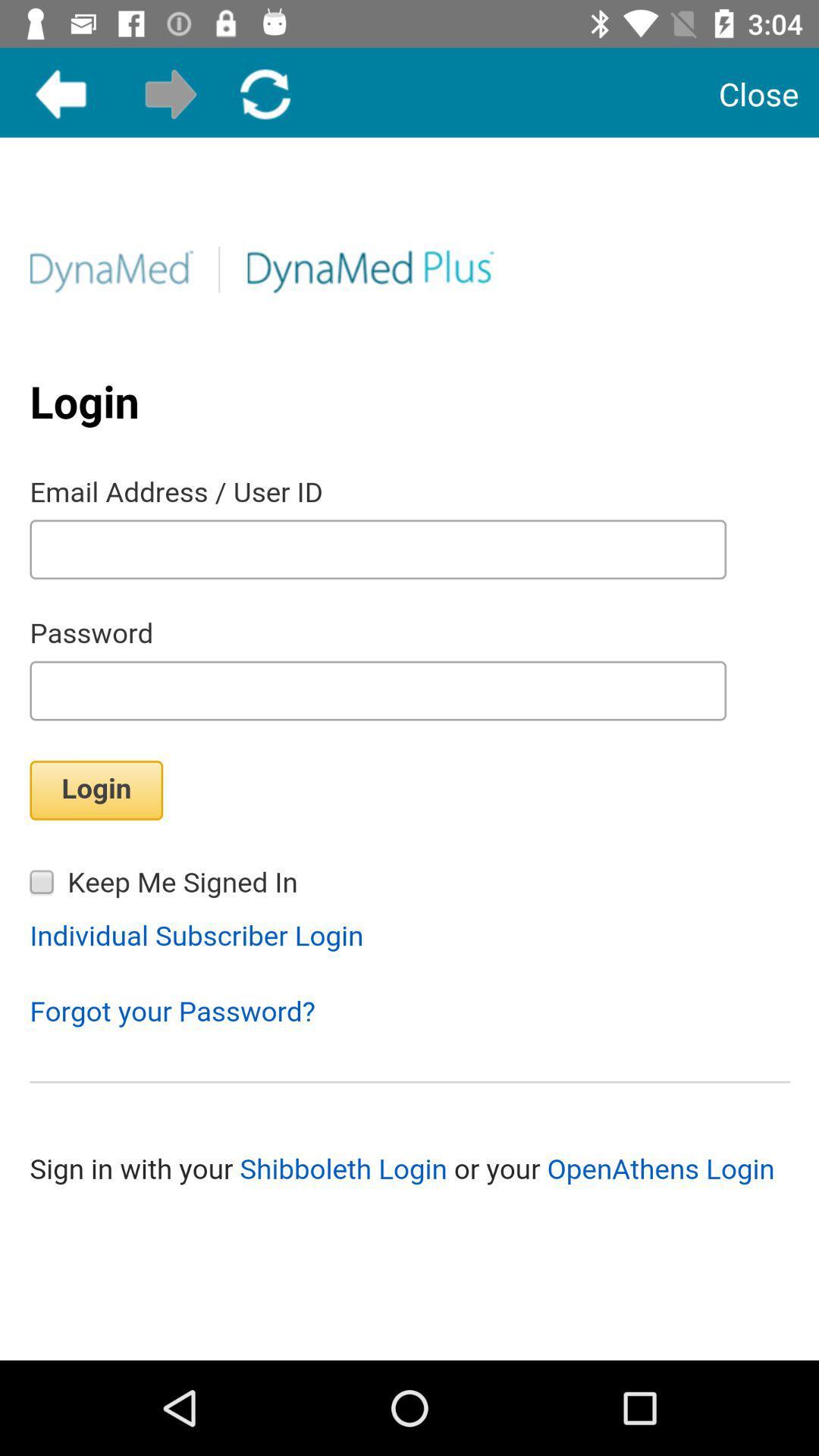  What do you see at coordinates (265, 93) in the screenshot?
I see `refresh page` at bounding box center [265, 93].